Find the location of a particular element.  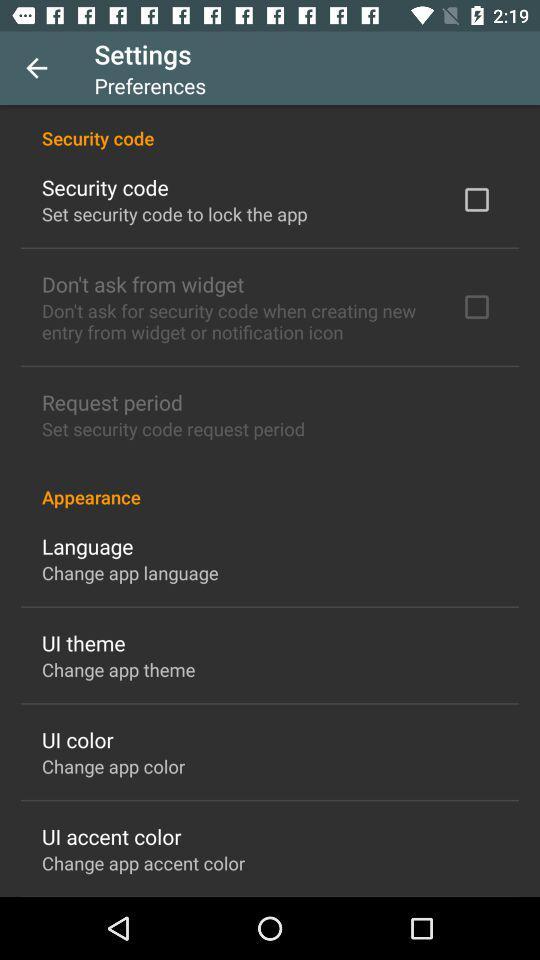

the item above security code is located at coordinates (36, 68).